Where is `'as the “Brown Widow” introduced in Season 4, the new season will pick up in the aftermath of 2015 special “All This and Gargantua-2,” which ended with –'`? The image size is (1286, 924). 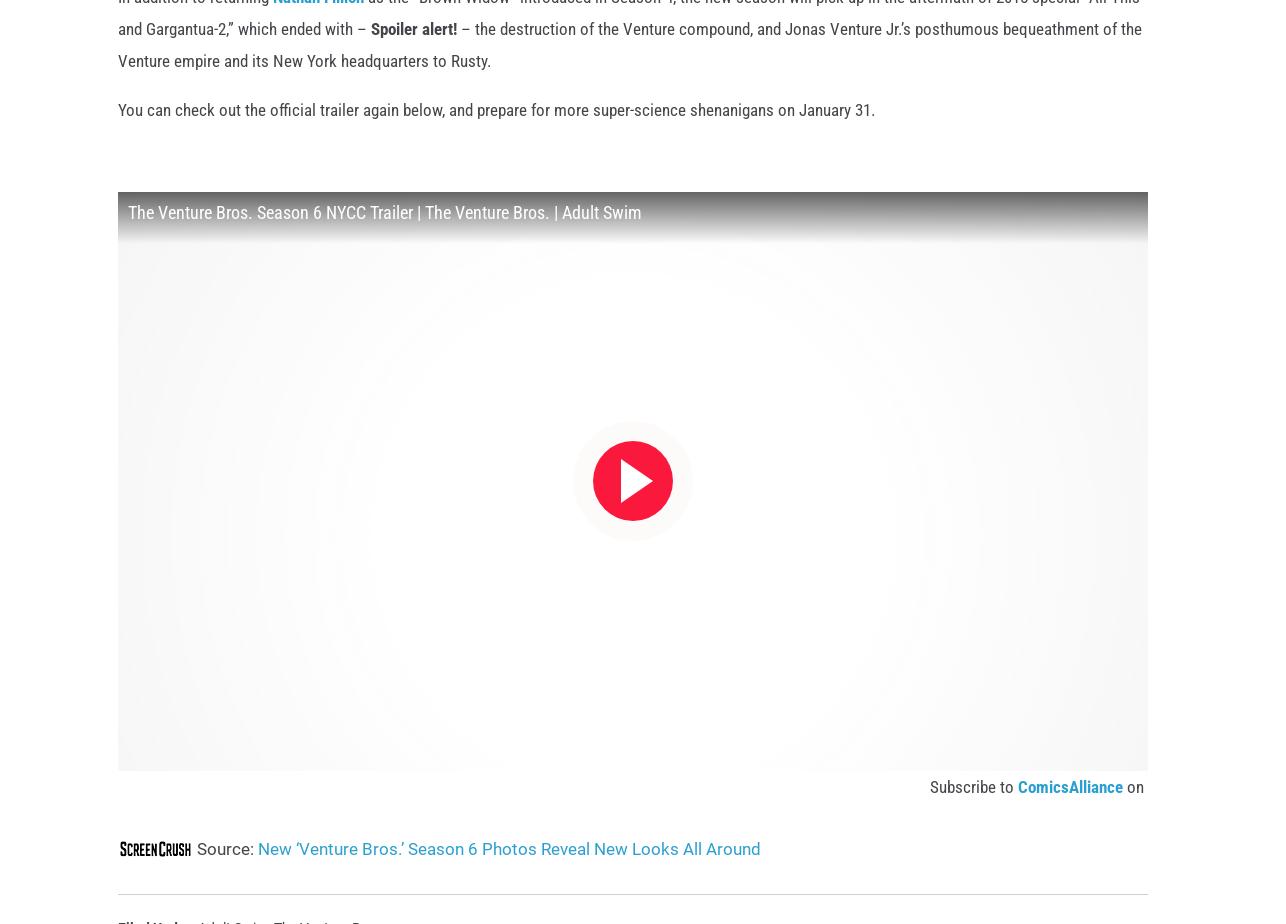 'as the “Brown Widow” introduced in Season 4, the new season will pick up in the aftermath of 2015 special “All This and Gargantua-2,” which ended with –' is located at coordinates (627, 43).